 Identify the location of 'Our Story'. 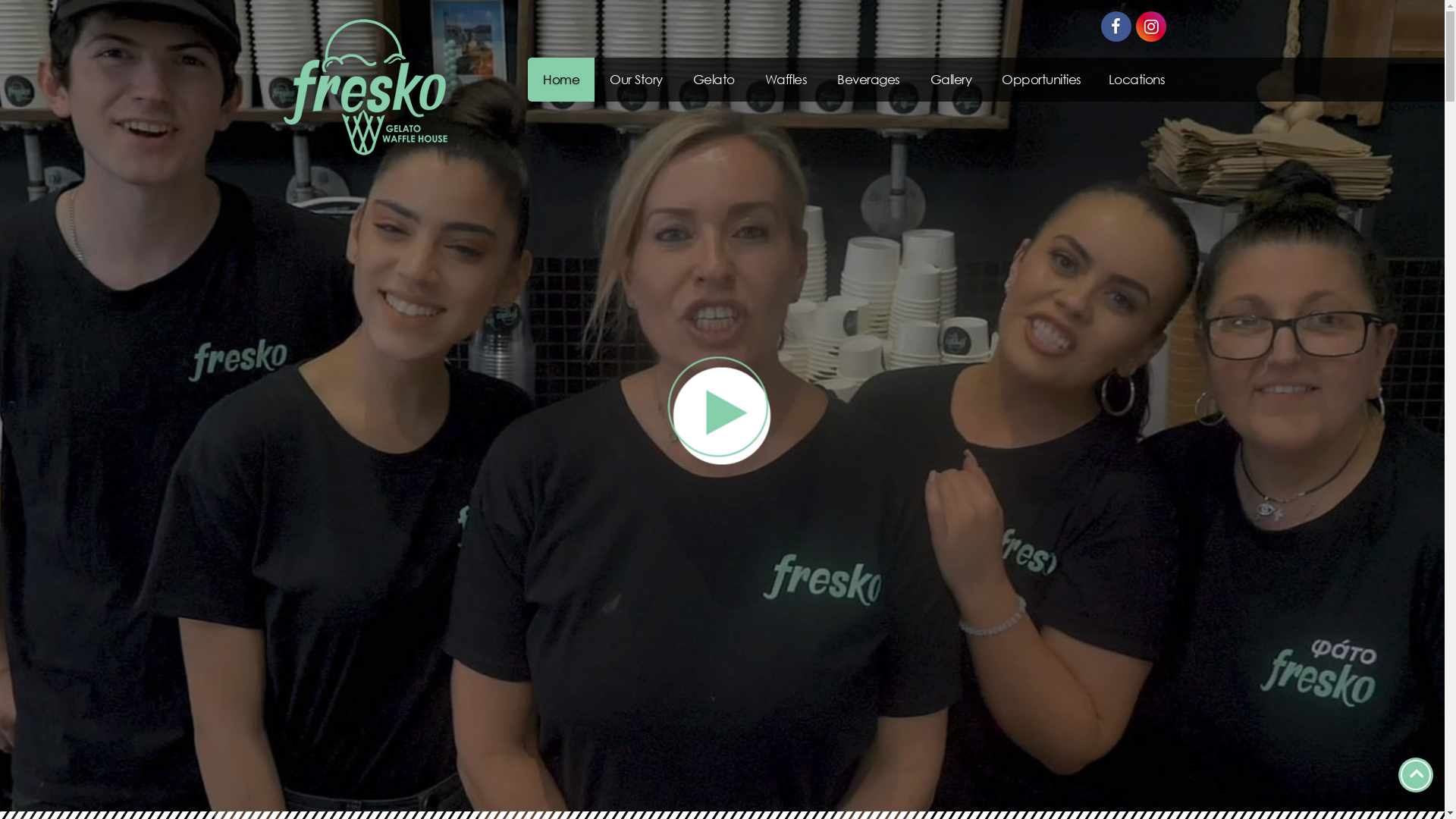
(636, 79).